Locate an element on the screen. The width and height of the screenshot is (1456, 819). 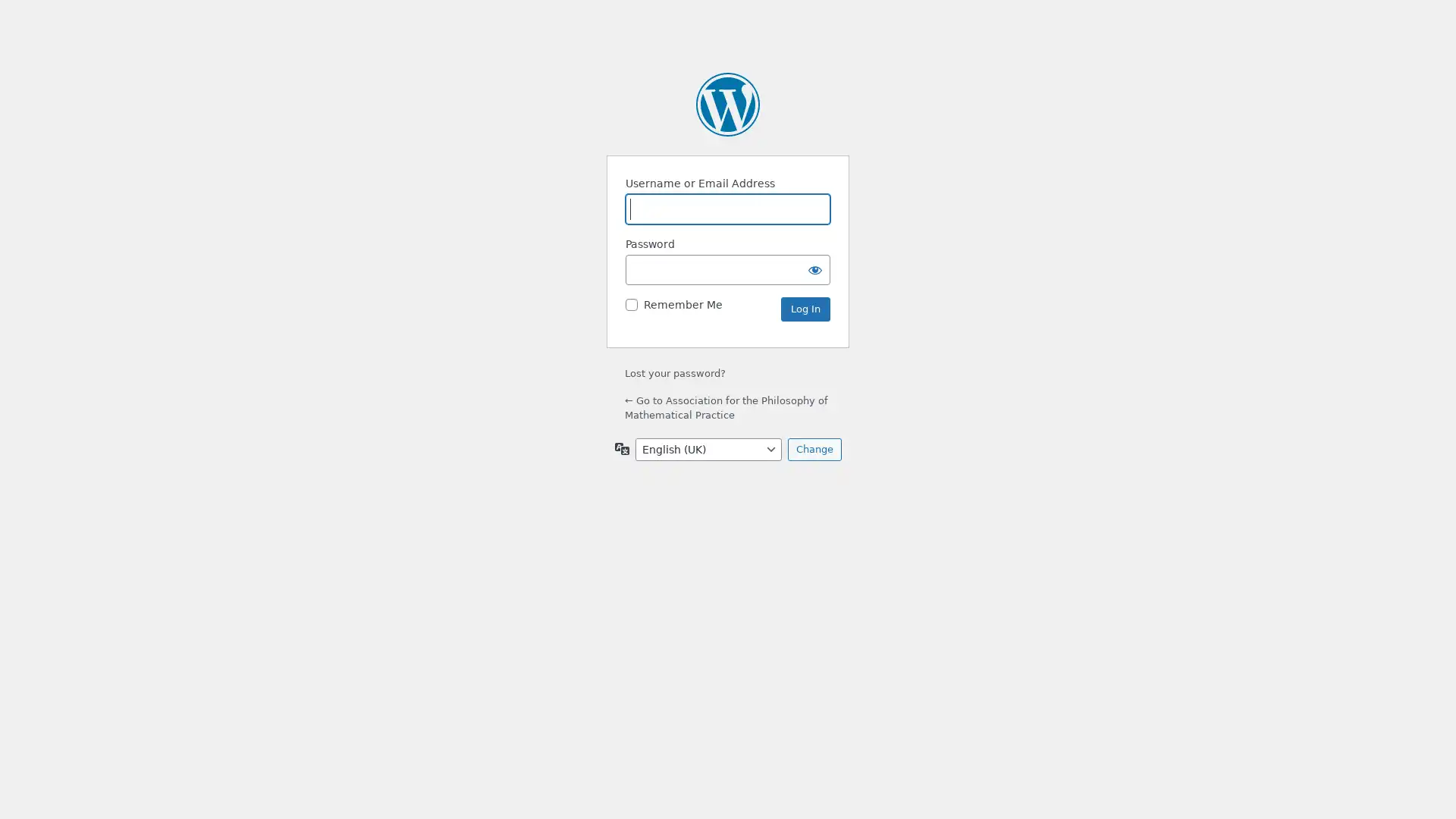
Change is located at coordinates (813, 447).